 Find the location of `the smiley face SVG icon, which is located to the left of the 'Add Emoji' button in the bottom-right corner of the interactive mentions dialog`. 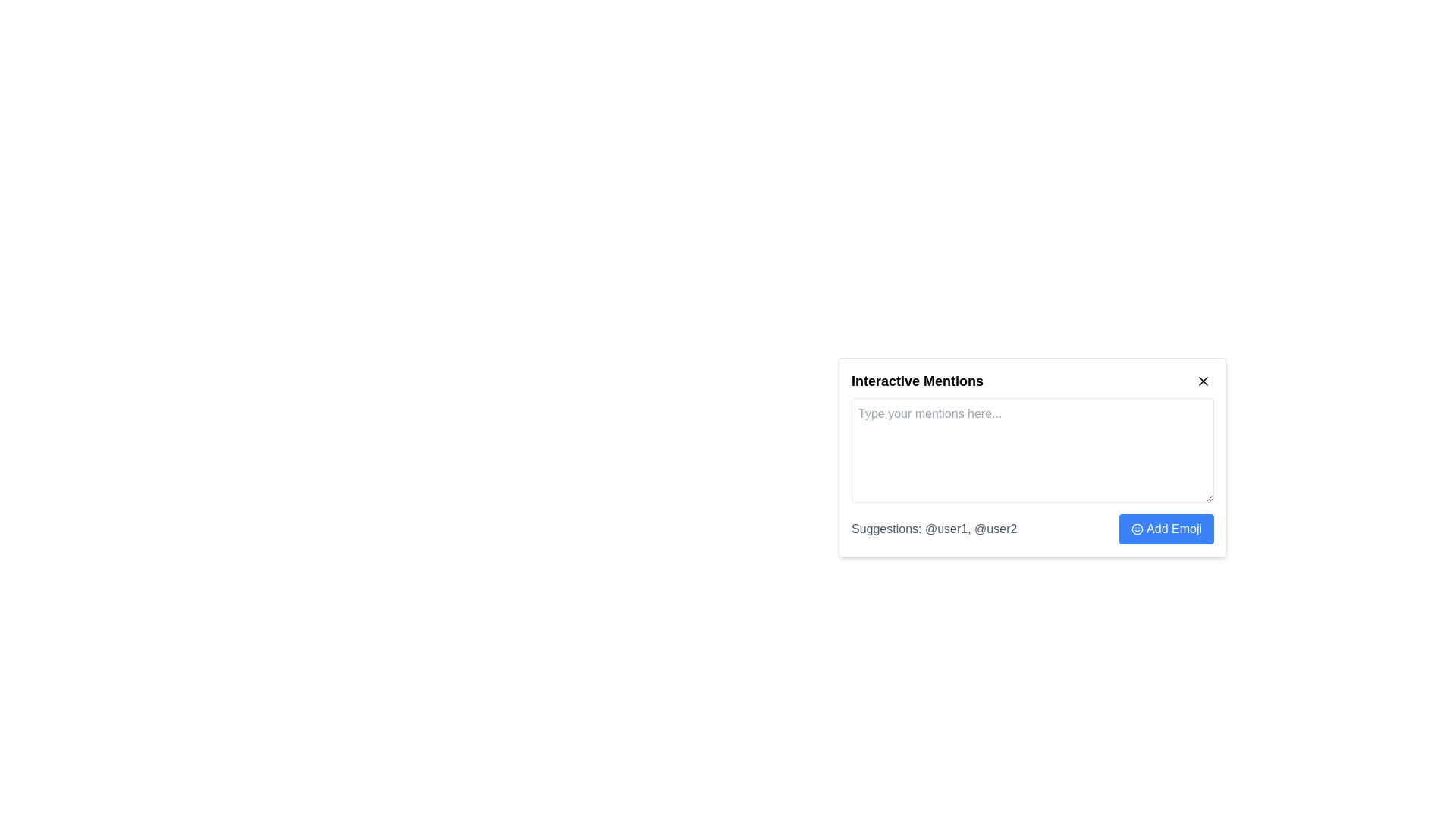

the smiley face SVG icon, which is located to the left of the 'Add Emoji' button in the bottom-right corner of the interactive mentions dialog is located at coordinates (1137, 529).